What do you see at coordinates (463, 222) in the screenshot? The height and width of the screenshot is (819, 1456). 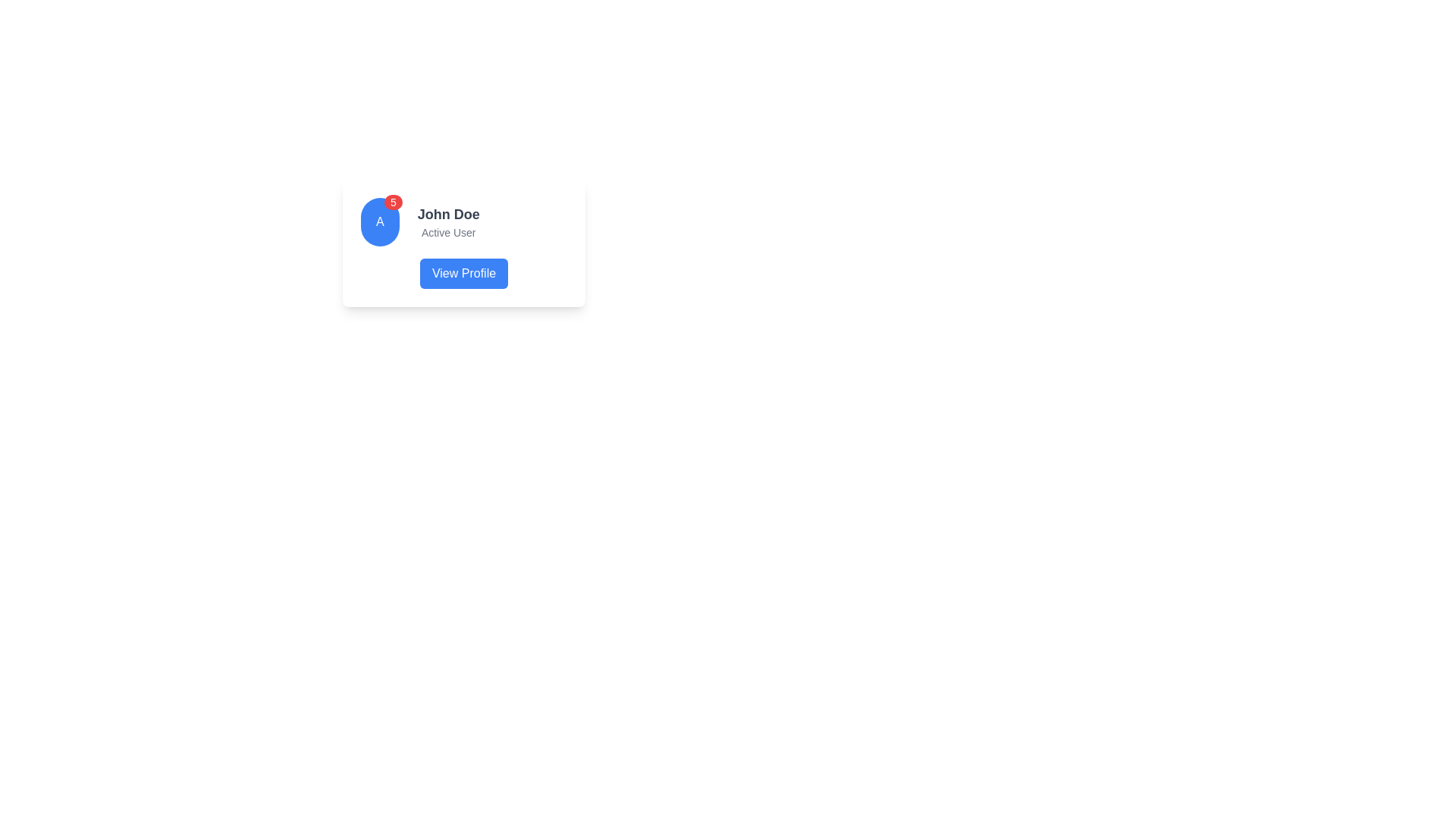 I see `the User Profile Component displaying 'John Doe' and 'Active User'` at bounding box center [463, 222].